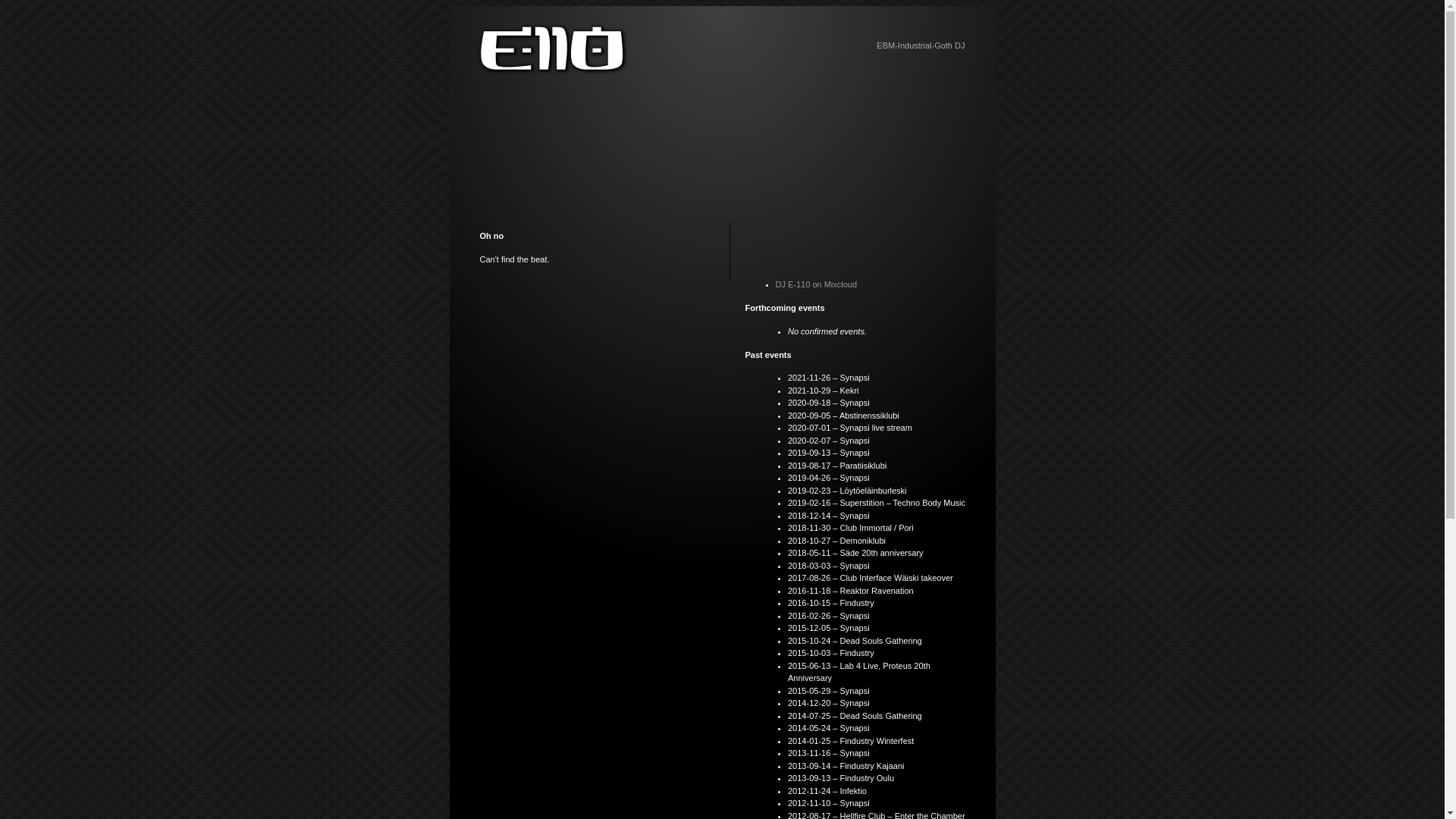 This screenshot has width=1456, height=819. What do you see at coordinates (814, 284) in the screenshot?
I see `'DJ E-110 on Mixcloud'` at bounding box center [814, 284].